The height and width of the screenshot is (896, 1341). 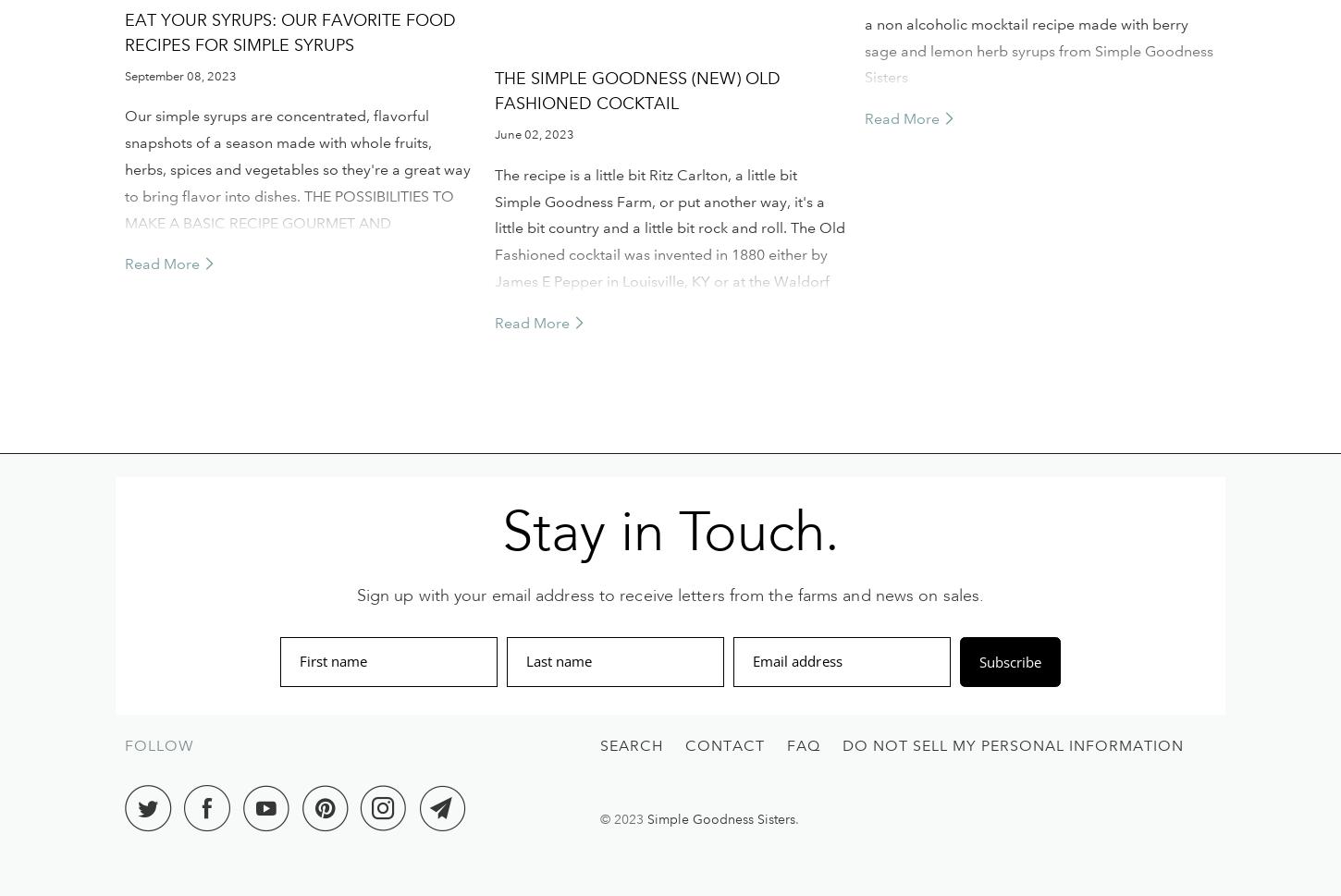 What do you see at coordinates (725, 745) in the screenshot?
I see `'Contact'` at bounding box center [725, 745].